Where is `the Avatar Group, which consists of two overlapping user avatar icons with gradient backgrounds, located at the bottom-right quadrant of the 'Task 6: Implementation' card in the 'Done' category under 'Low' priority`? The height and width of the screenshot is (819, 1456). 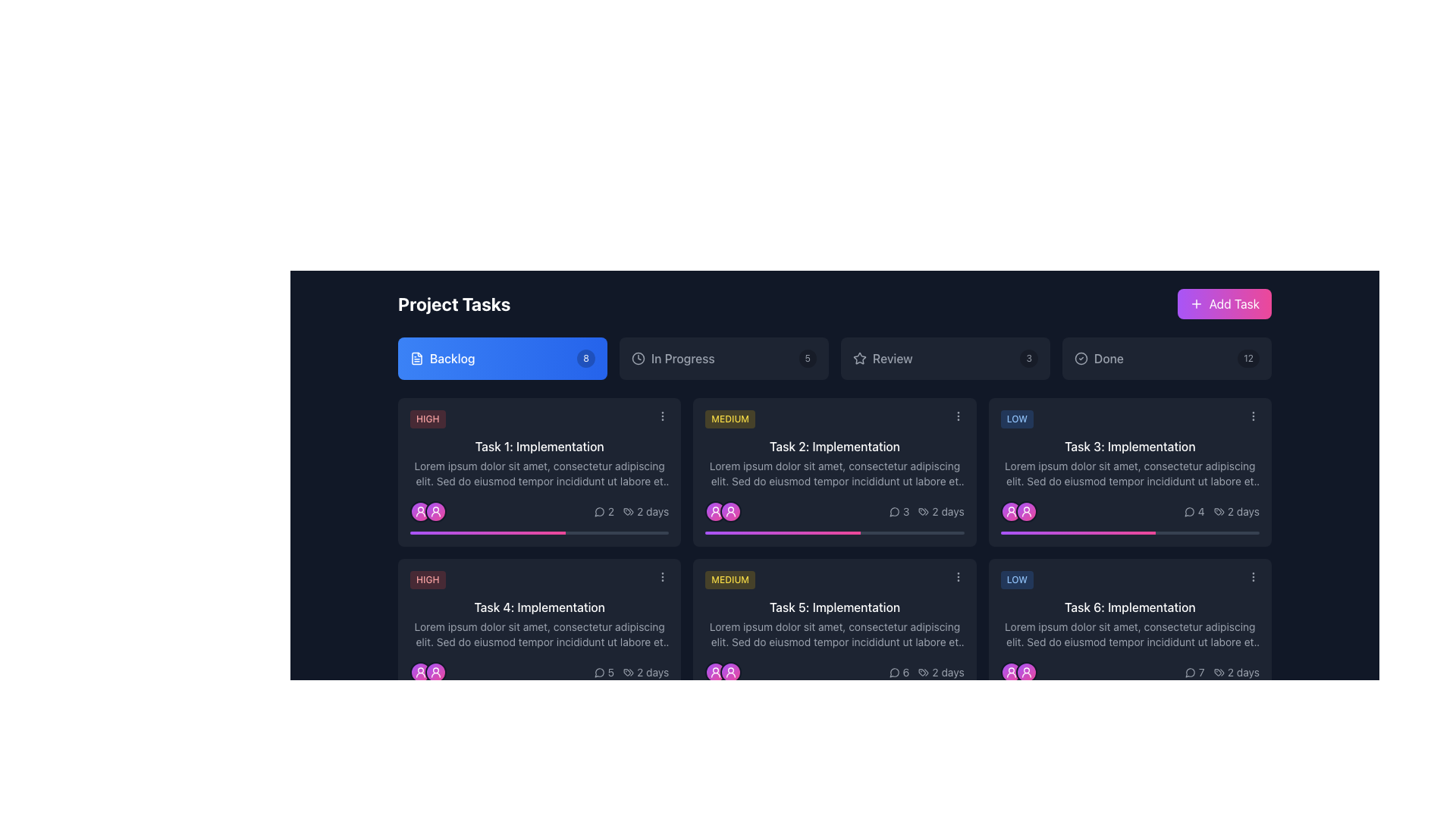
the Avatar Group, which consists of two overlapping user avatar icons with gradient backgrounds, located at the bottom-right quadrant of the 'Task 6: Implementation' card in the 'Done' category under 'Low' priority is located at coordinates (1018, 672).